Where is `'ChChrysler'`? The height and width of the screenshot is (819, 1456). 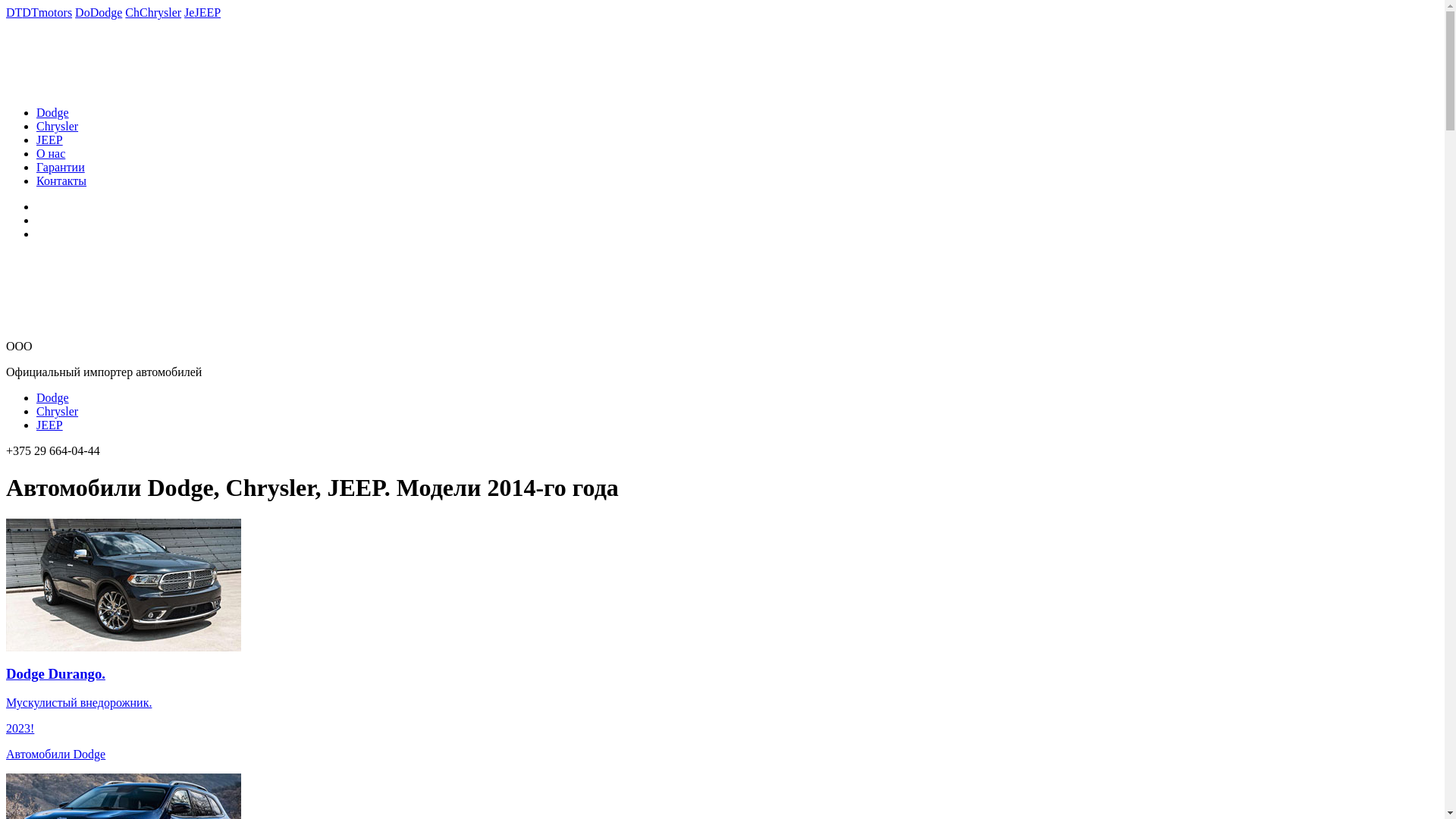
'ChChrysler' is located at coordinates (152, 12).